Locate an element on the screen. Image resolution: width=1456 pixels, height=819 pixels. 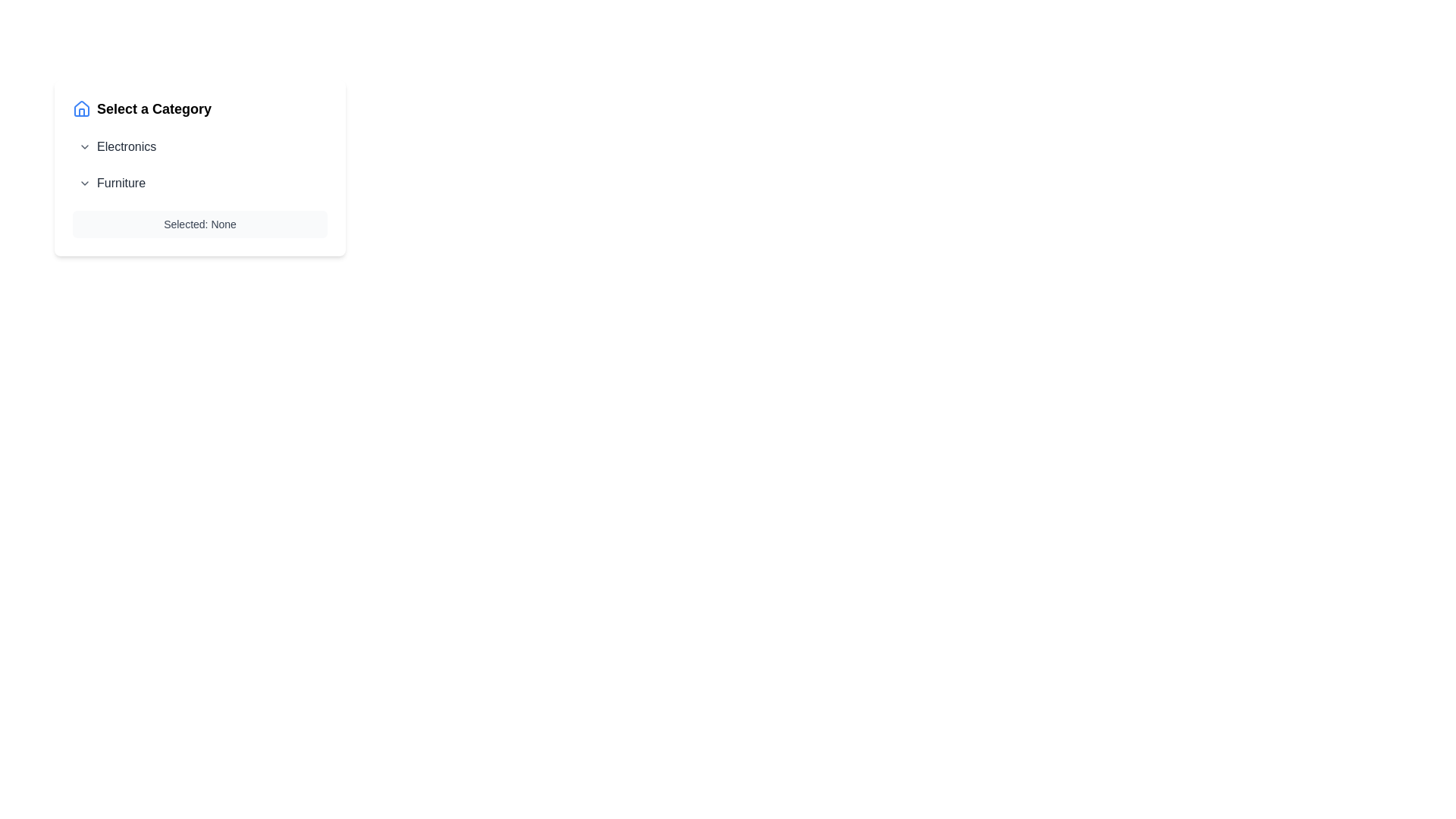
the small vertical segment in the middle section of the house icon, located to the left of the 'Select a Category' text header is located at coordinates (81, 111).